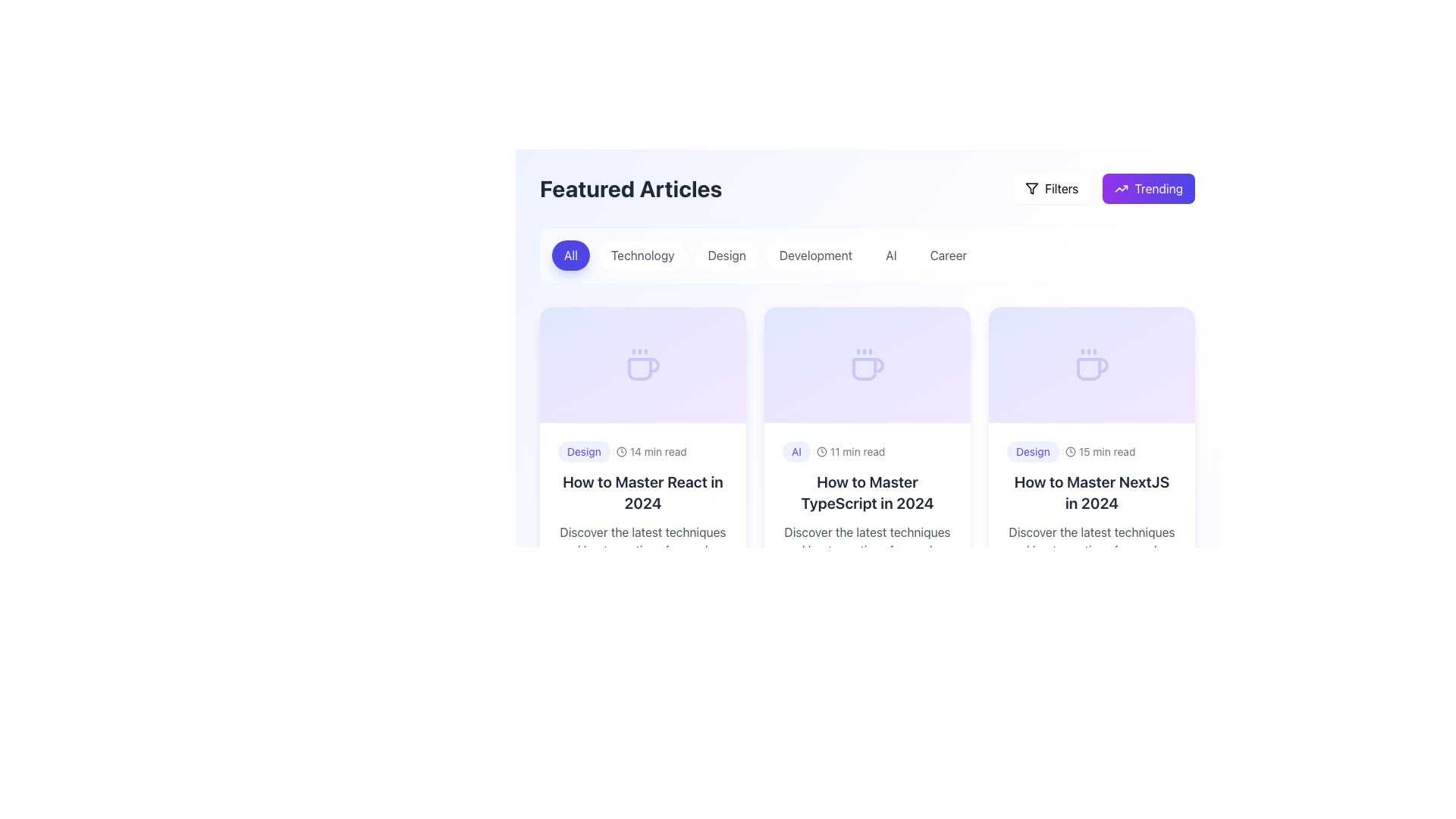  What do you see at coordinates (867, 365) in the screenshot?
I see `the decorative icon located at the center of the second card in a horizontal list of cards displayed on the page` at bounding box center [867, 365].